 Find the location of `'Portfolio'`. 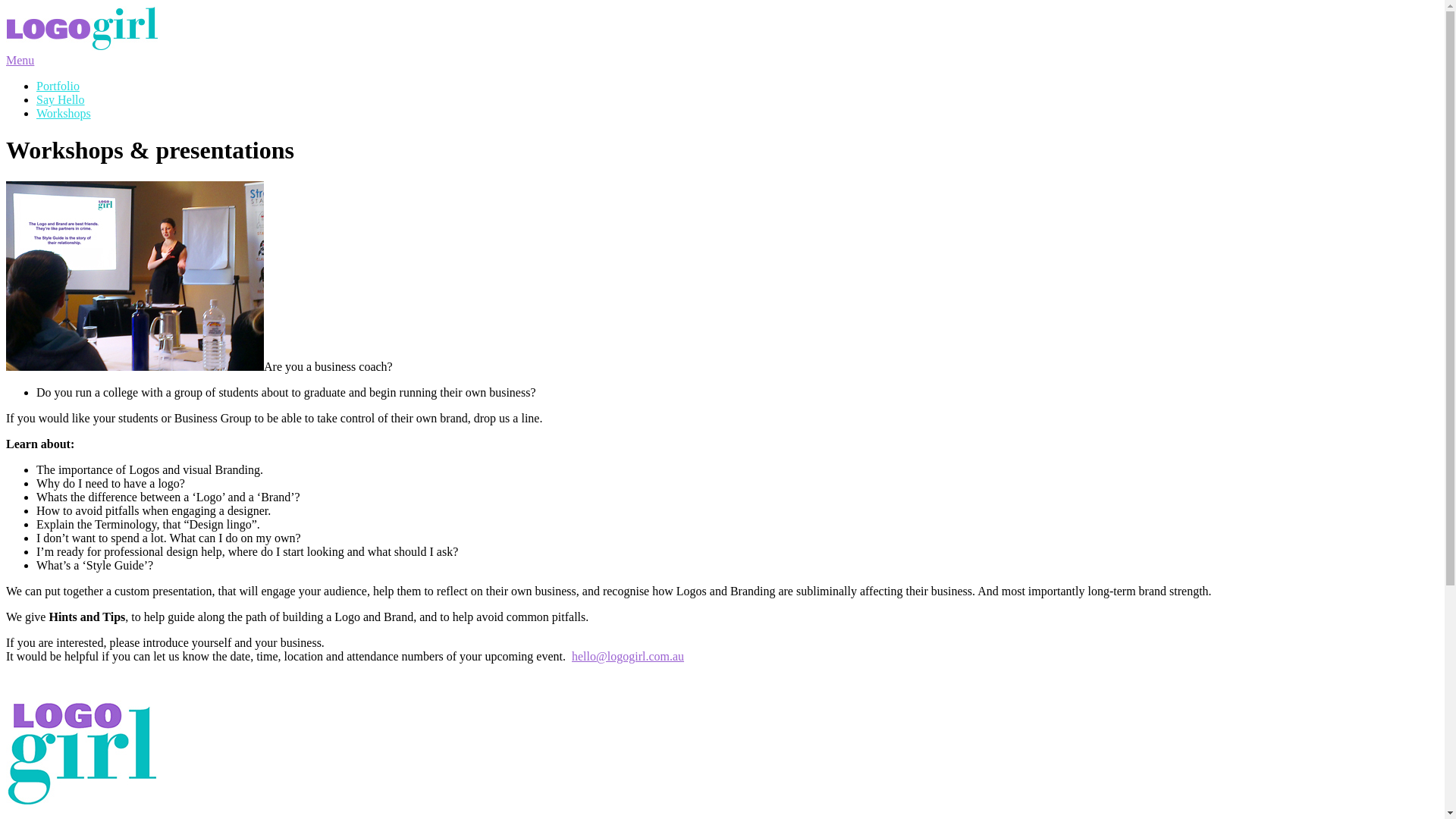

'Portfolio' is located at coordinates (58, 86).